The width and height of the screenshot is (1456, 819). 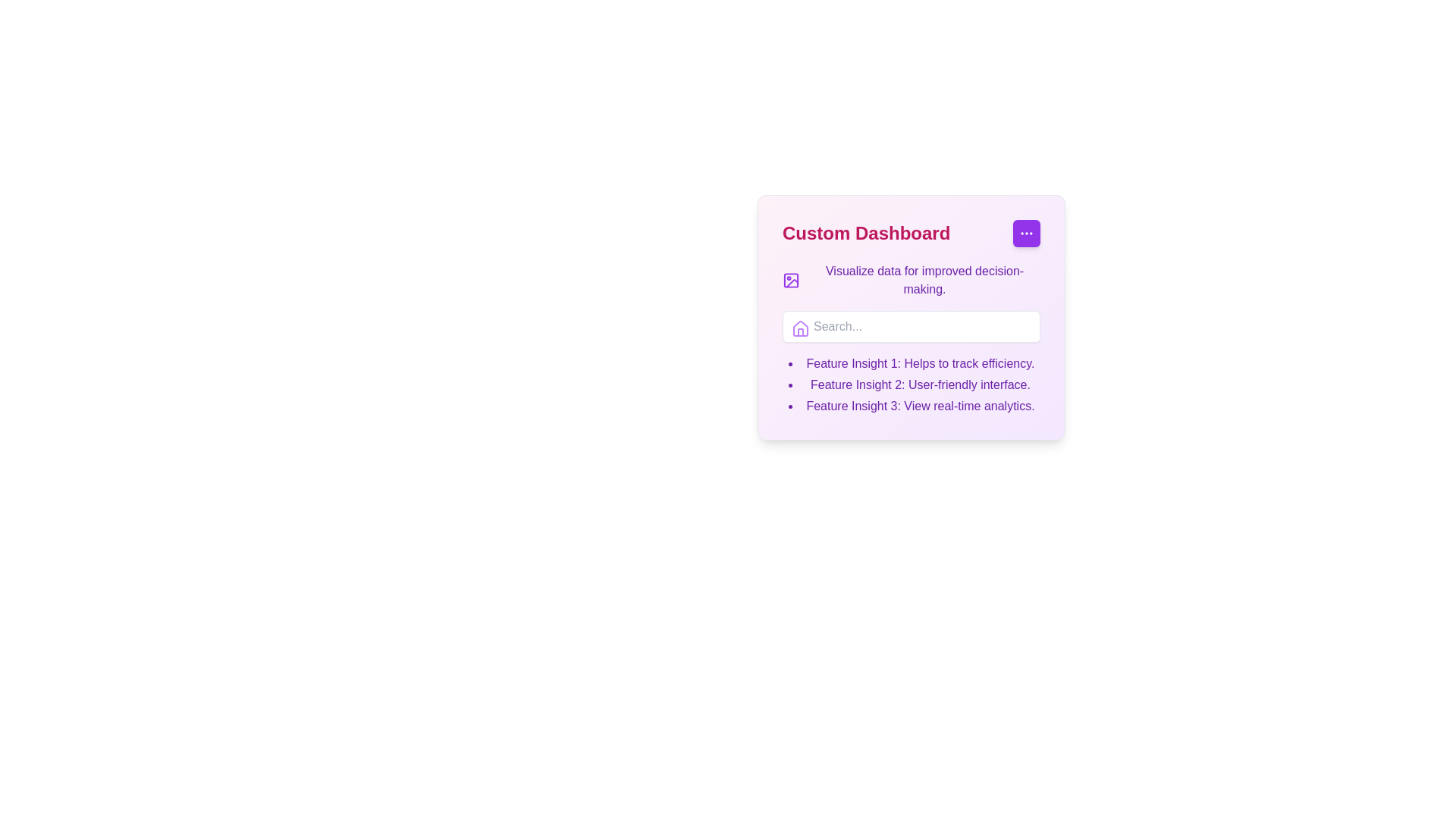 What do you see at coordinates (790, 281) in the screenshot?
I see `the small square-shaped vibrant purple icon located to the left of the text 'Visualize data for improved decision-making.'` at bounding box center [790, 281].